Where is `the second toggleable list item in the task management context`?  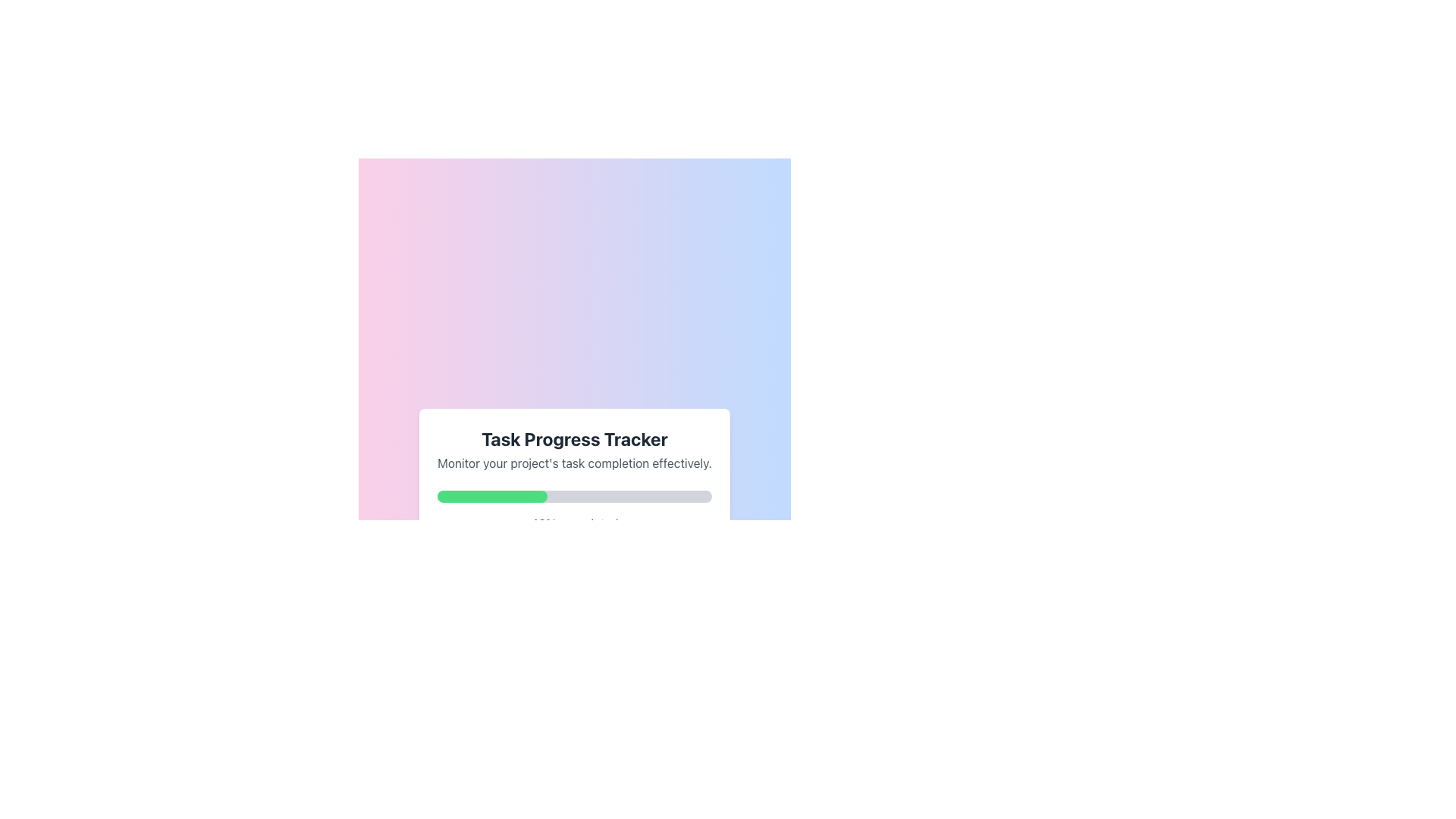
the second toggleable list item in the task management context is located at coordinates (574, 604).